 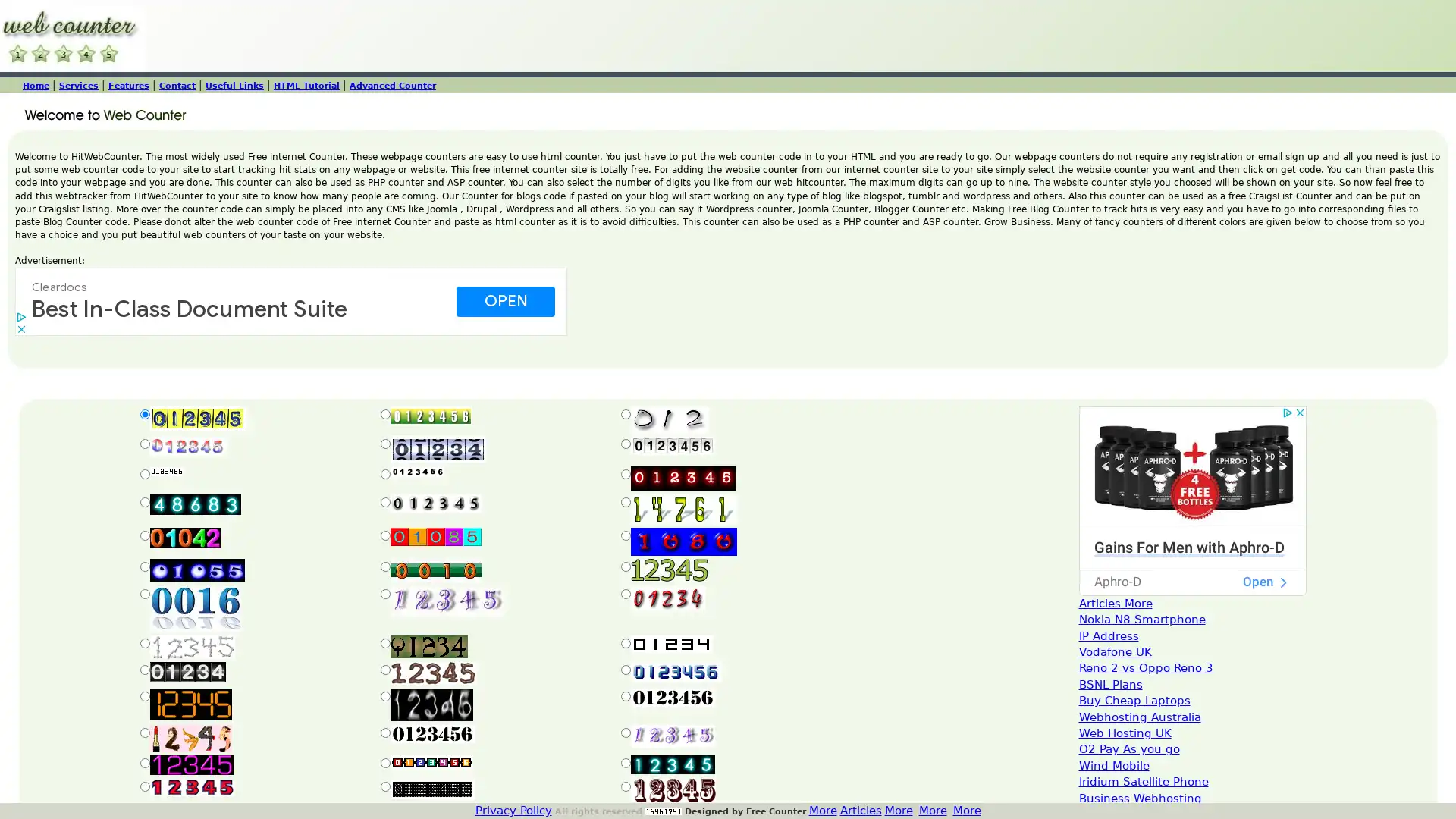 What do you see at coordinates (667, 596) in the screenshot?
I see `Submit` at bounding box center [667, 596].